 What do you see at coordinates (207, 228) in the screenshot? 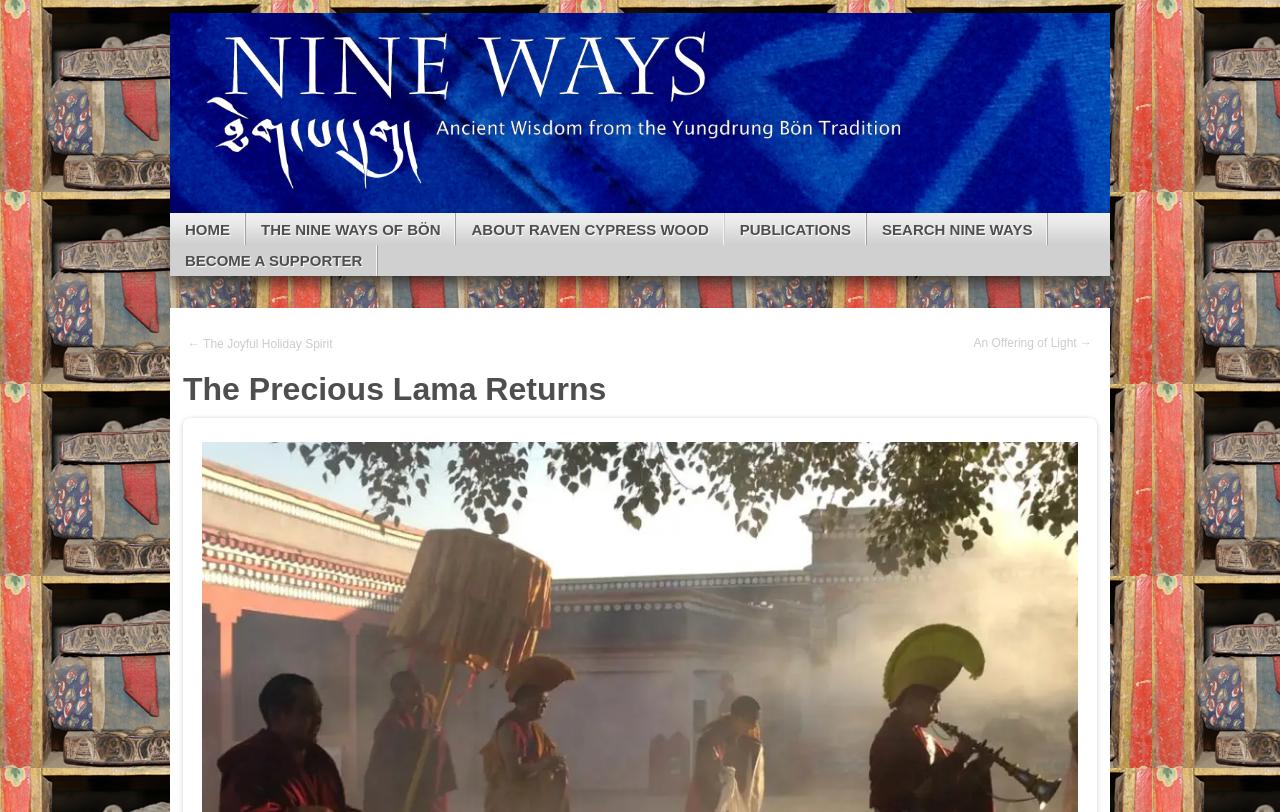
I see `'Home'` at bounding box center [207, 228].